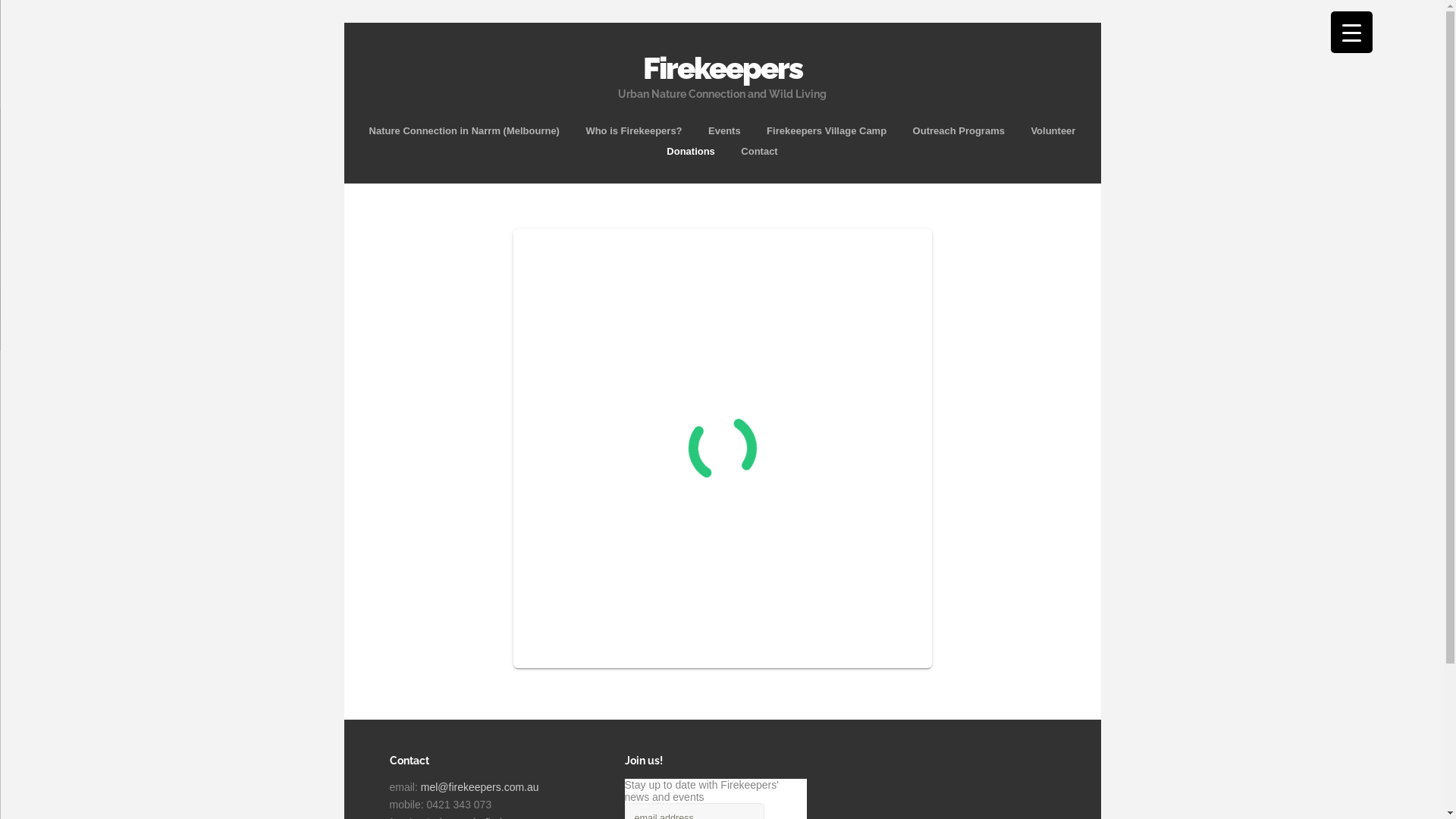  I want to click on 'Skip to content', so click(721, 118).